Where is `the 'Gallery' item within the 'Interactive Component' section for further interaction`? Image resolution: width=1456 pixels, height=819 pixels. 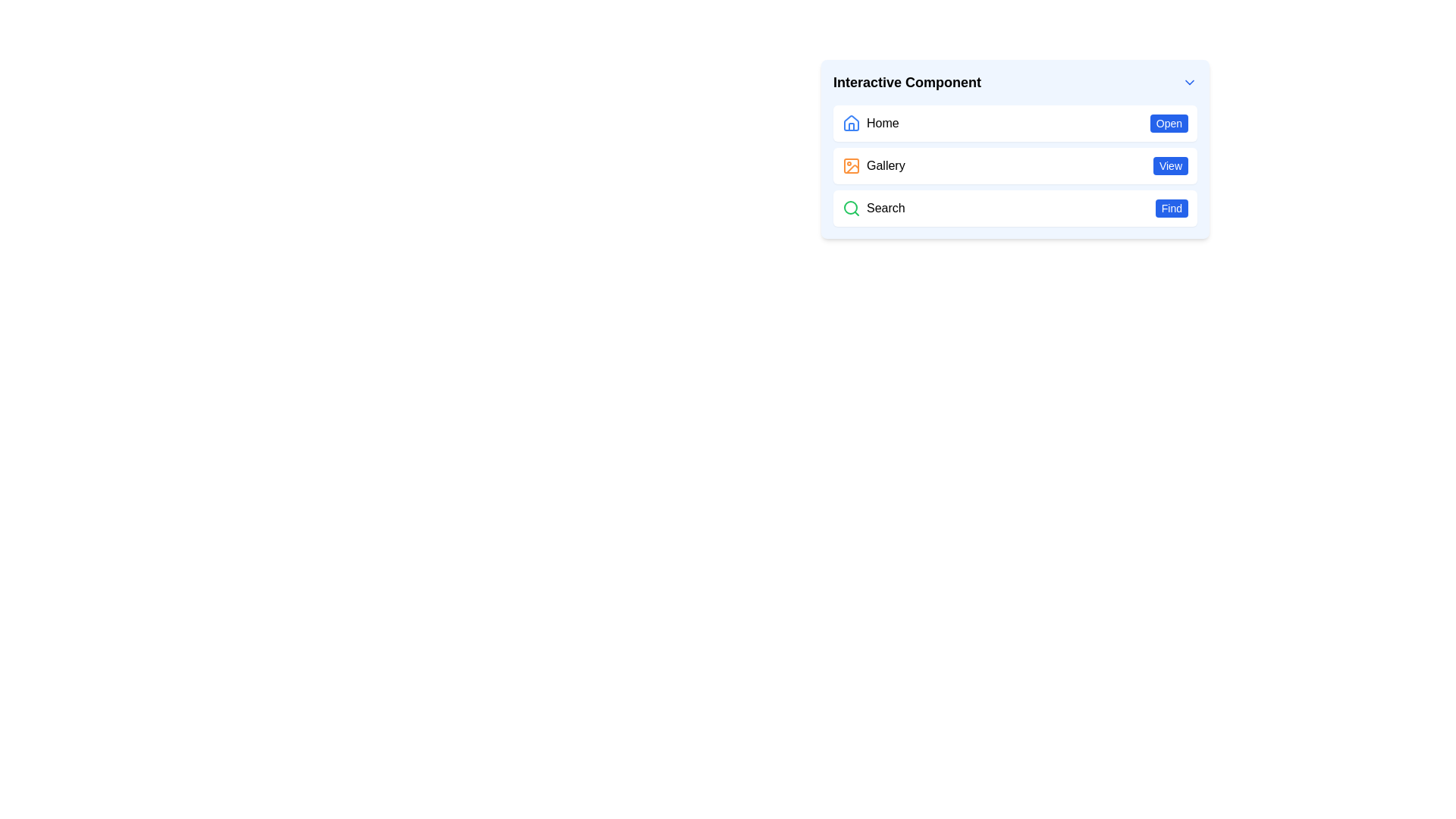
the 'Gallery' item within the 'Interactive Component' section for further interaction is located at coordinates (1015, 149).